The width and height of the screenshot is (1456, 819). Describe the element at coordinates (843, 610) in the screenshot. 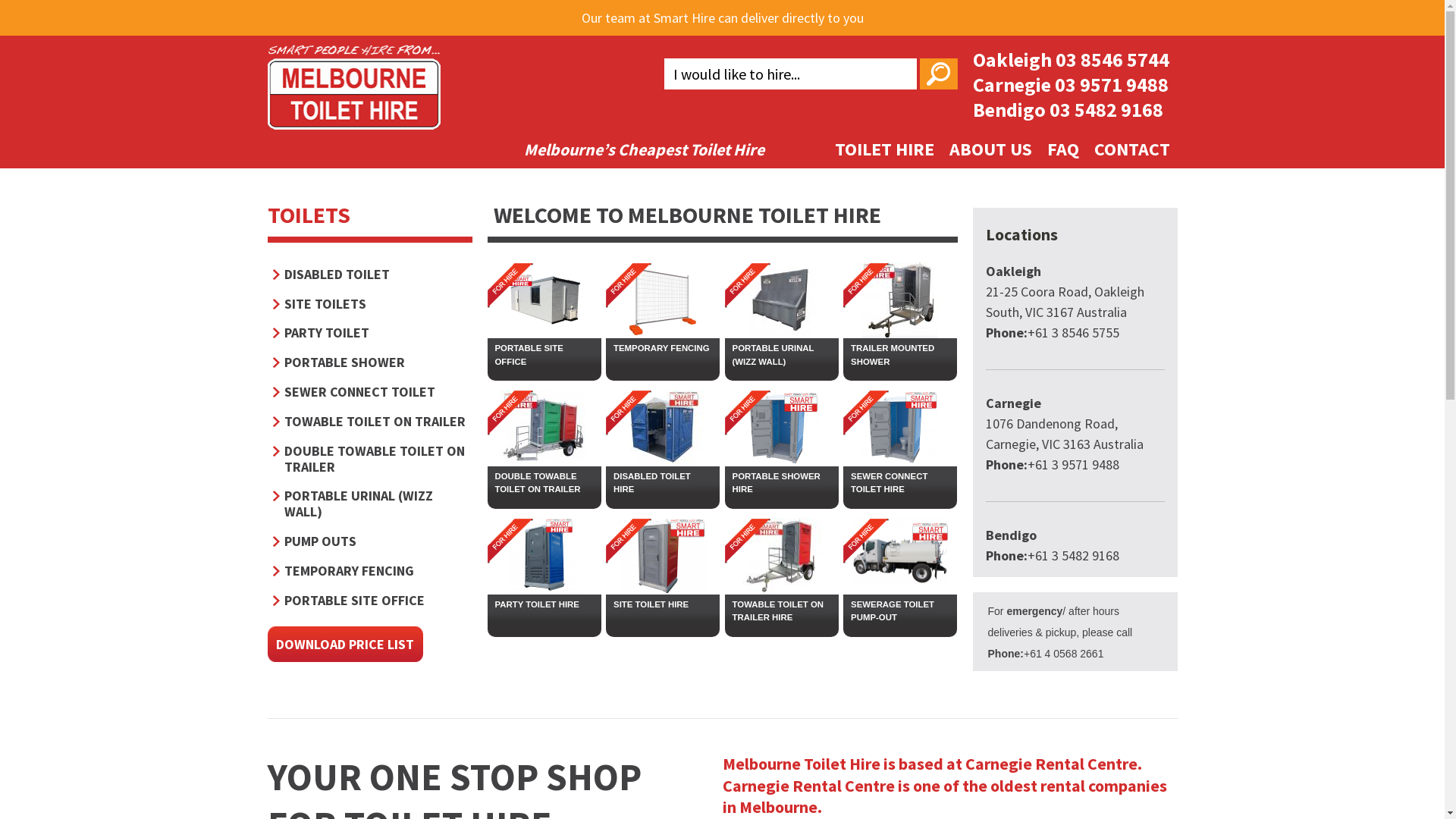

I see `'SEWERAGE TOILET PUMP-OUT'` at that location.